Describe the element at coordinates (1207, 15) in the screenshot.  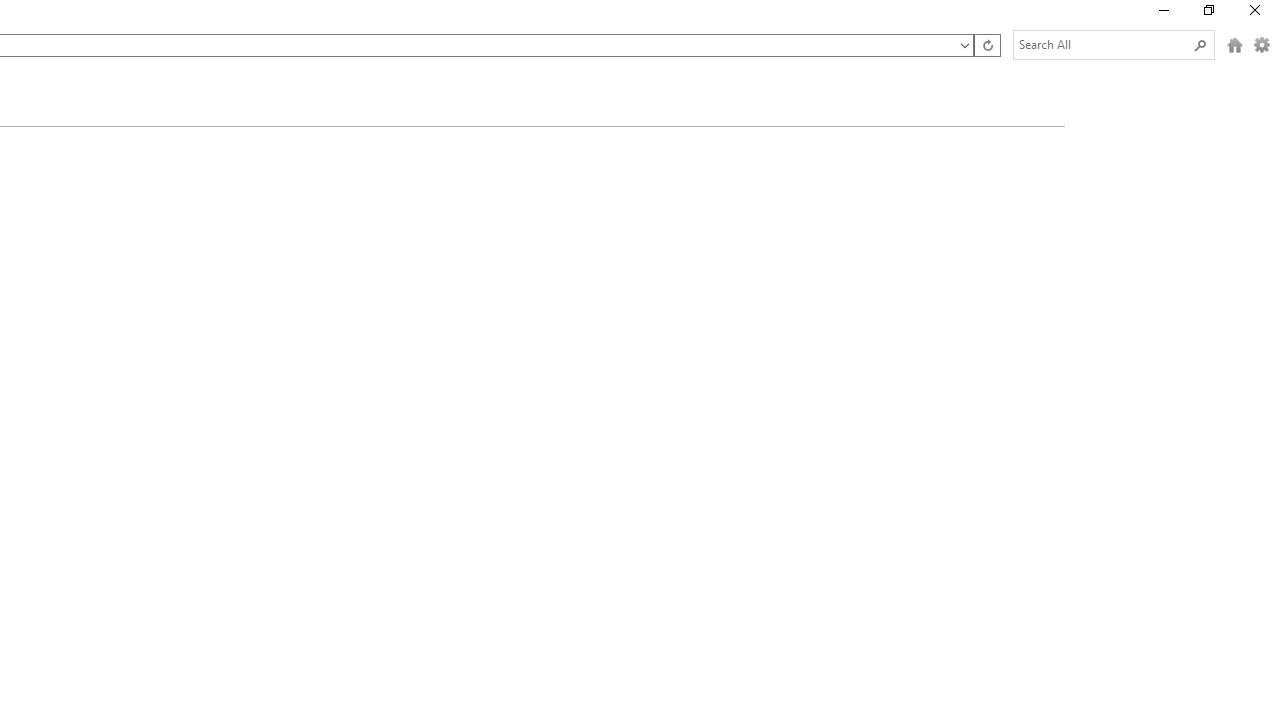
I see `'Restore'` at that location.